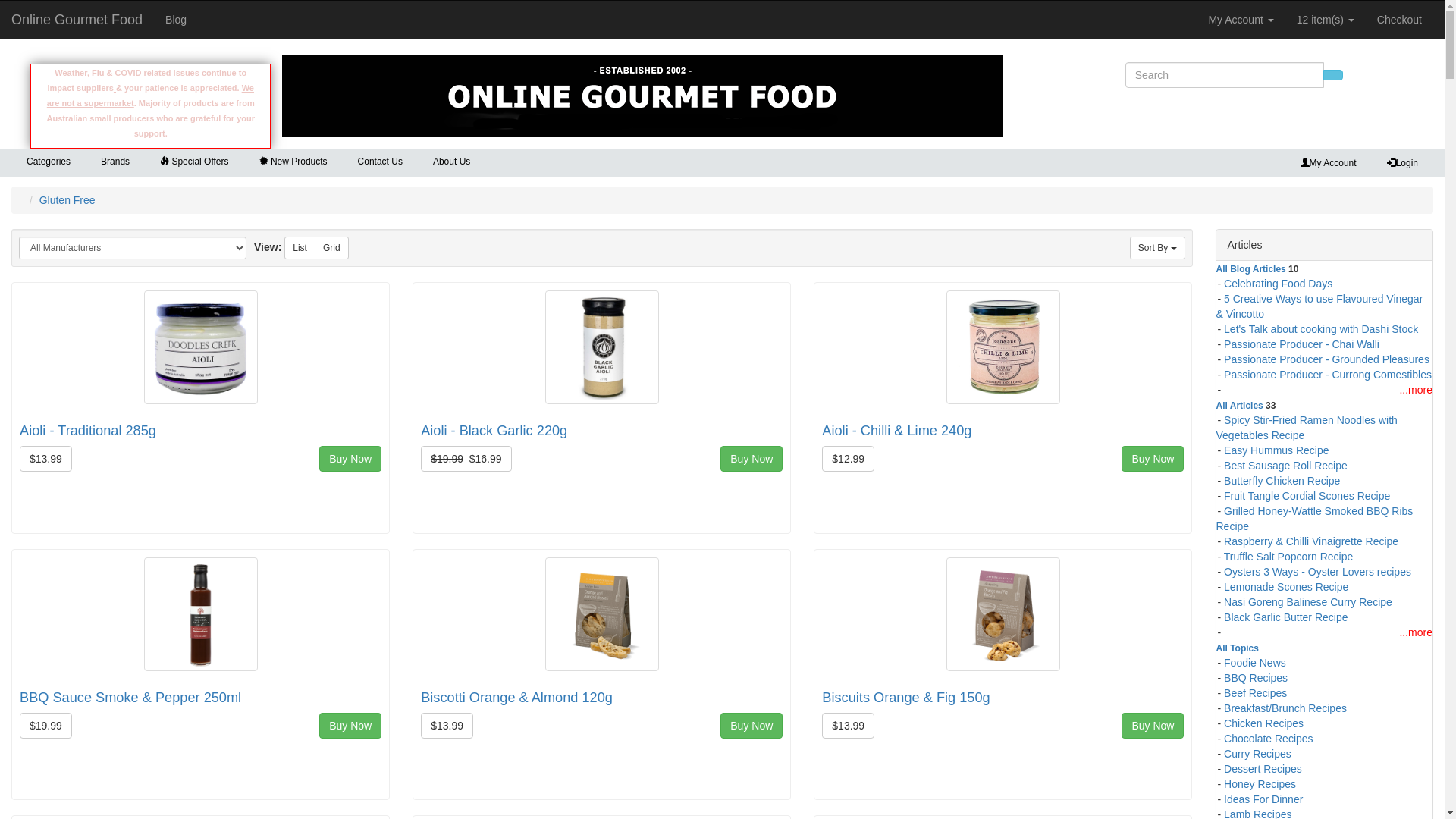  What do you see at coordinates (1216, 426) in the screenshot?
I see `'Spicy Stir-Fried Ramen Noodles with Vegetables Recipe'` at bounding box center [1216, 426].